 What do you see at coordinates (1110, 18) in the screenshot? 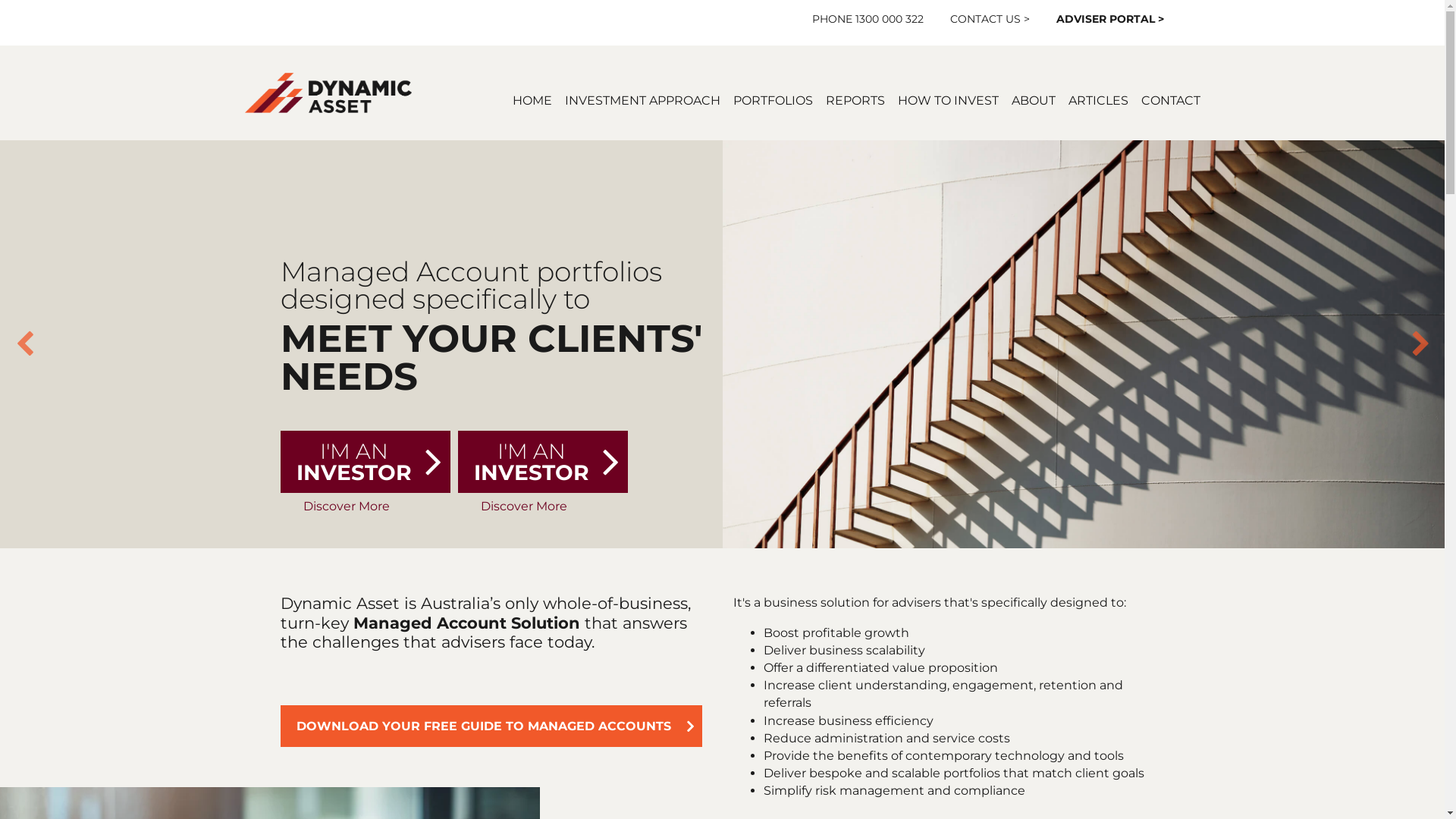
I see `'ADVISER PORTAL >'` at bounding box center [1110, 18].